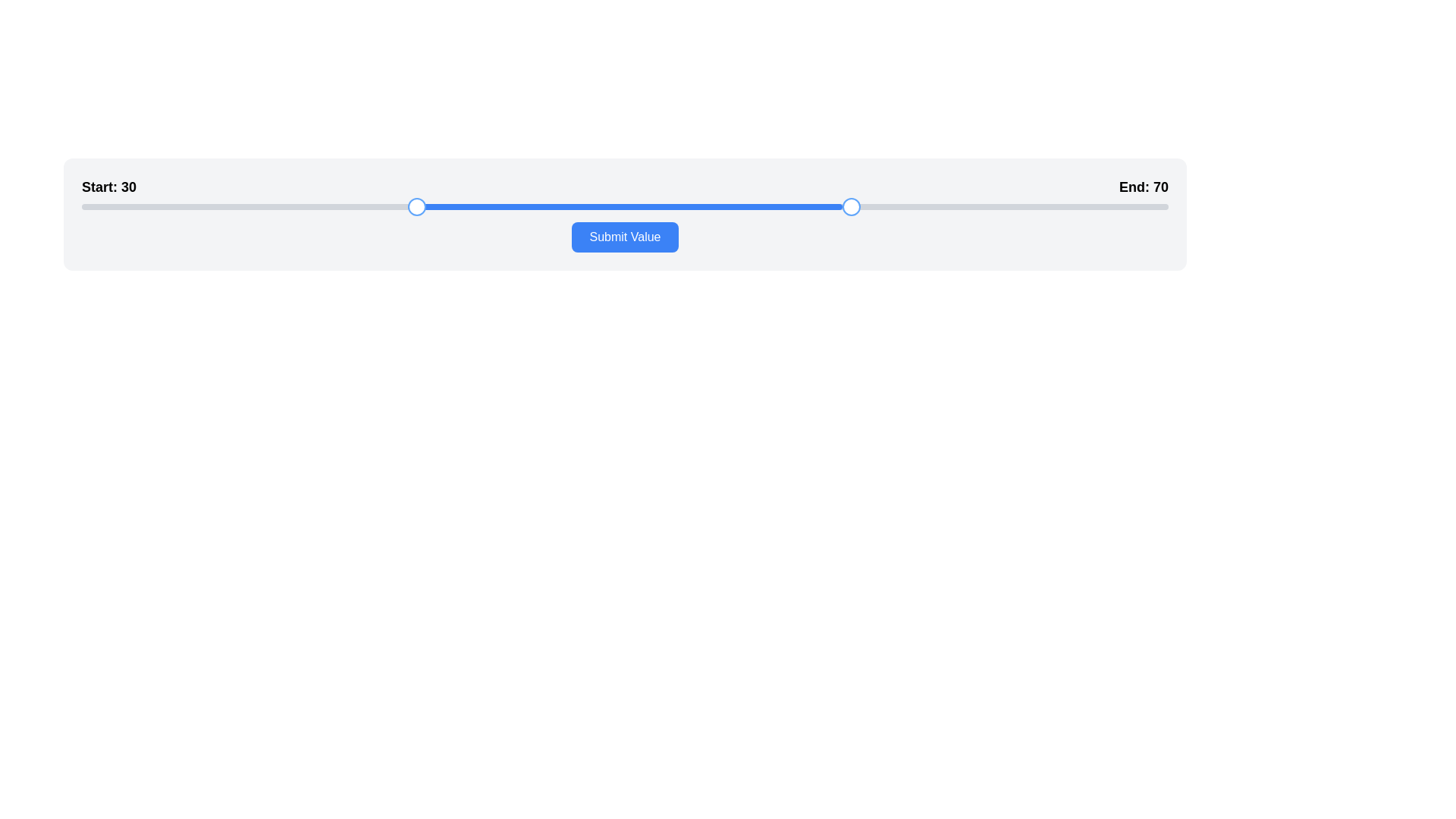 The width and height of the screenshot is (1456, 819). I want to click on slider position, so click(435, 207).